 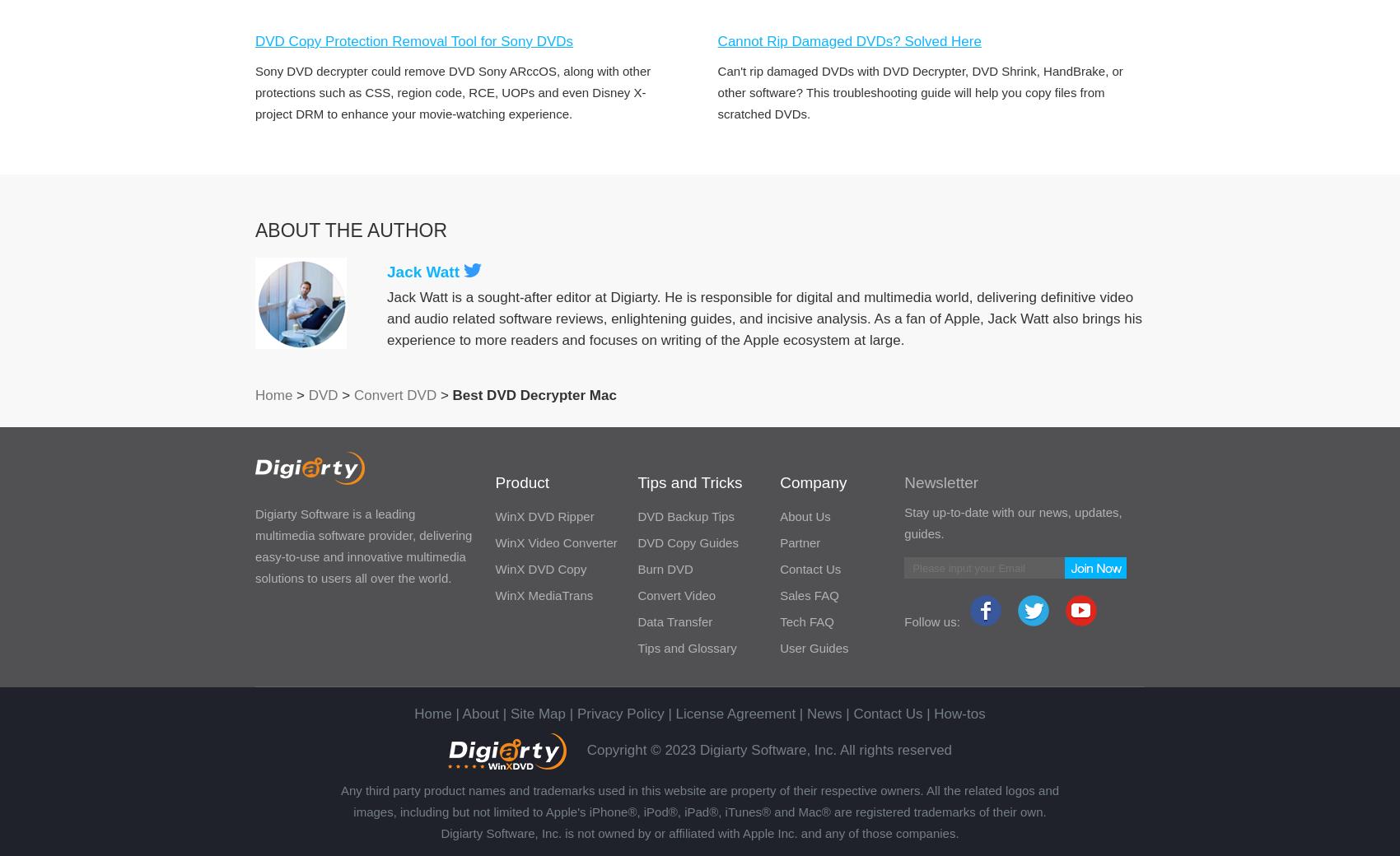 I want to click on 'Tips and Tricks', so click(x=637, y=481).